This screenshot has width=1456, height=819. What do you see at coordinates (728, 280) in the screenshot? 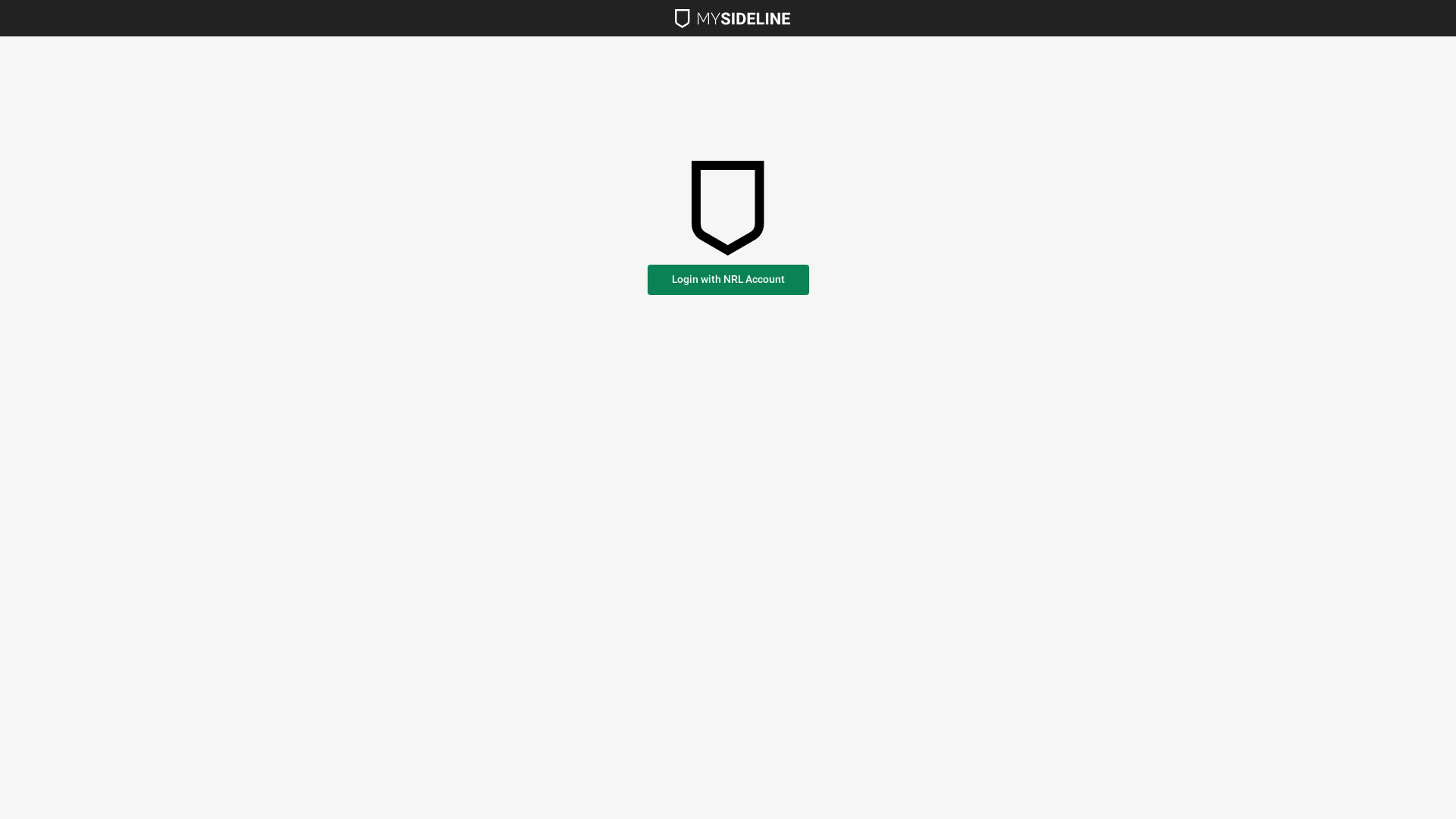
I see `'Login with NRL Account'` at bounding box center [728, 280].